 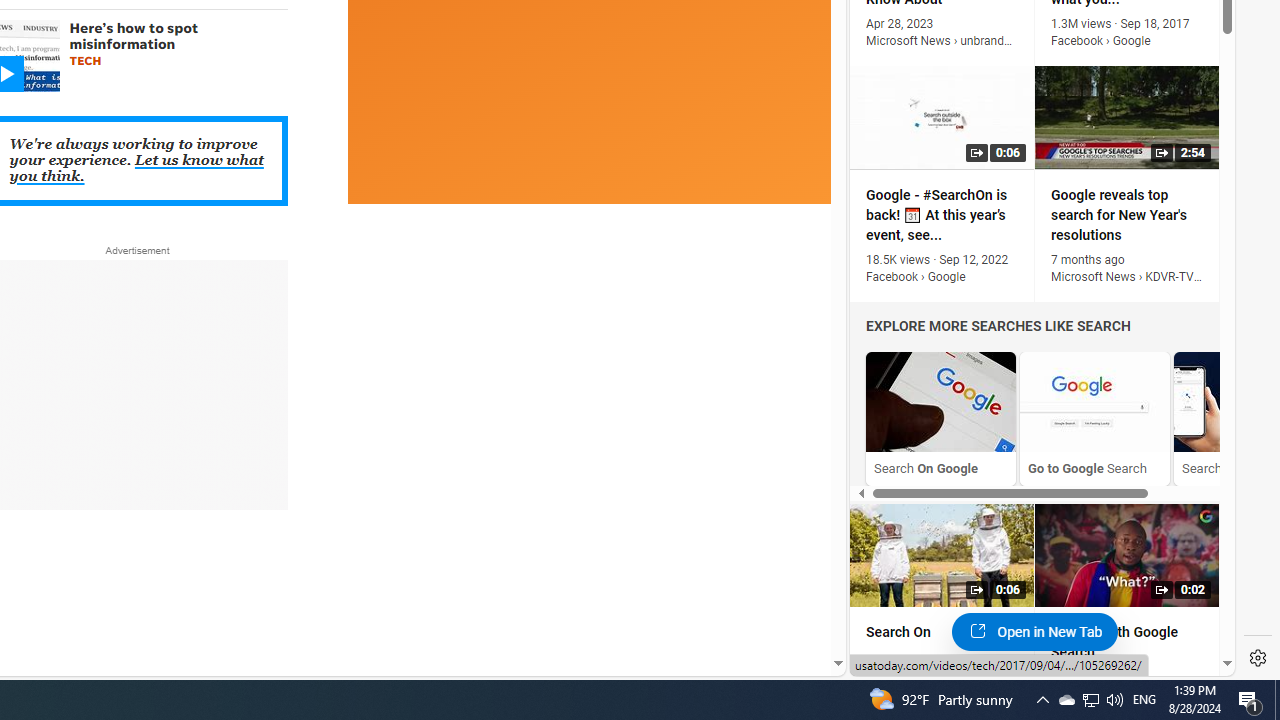 What do you see at coordinates (1094, 417) in the screenshot?
I see `'Go to Google Search'` at bounding box center [1094, 417].